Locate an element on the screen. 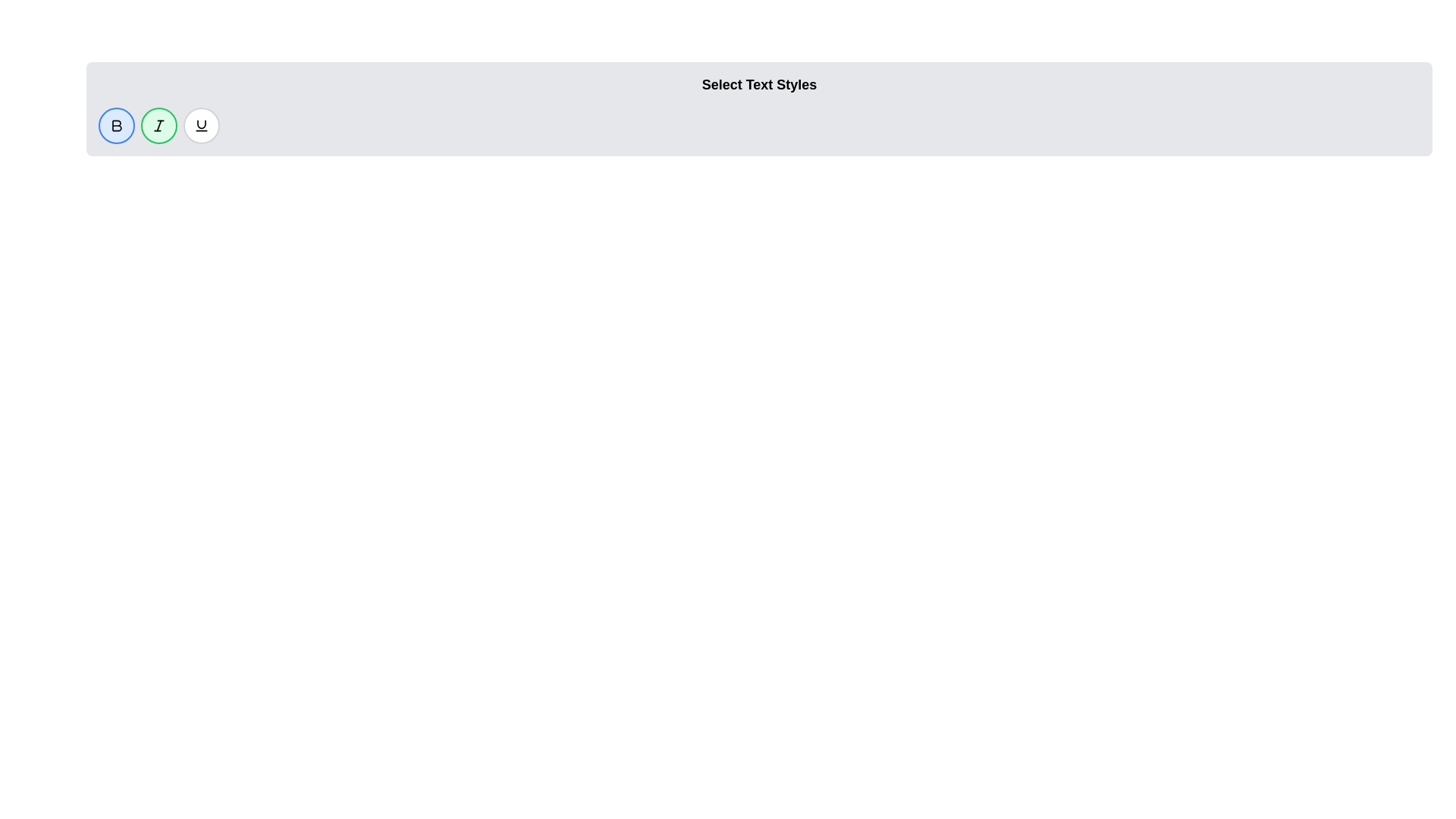 This screenshot has width=1456, height=819. the bold icon button represented by the letter 'B' with a blue outline and light blue fill is located at coordinates (115, 124).